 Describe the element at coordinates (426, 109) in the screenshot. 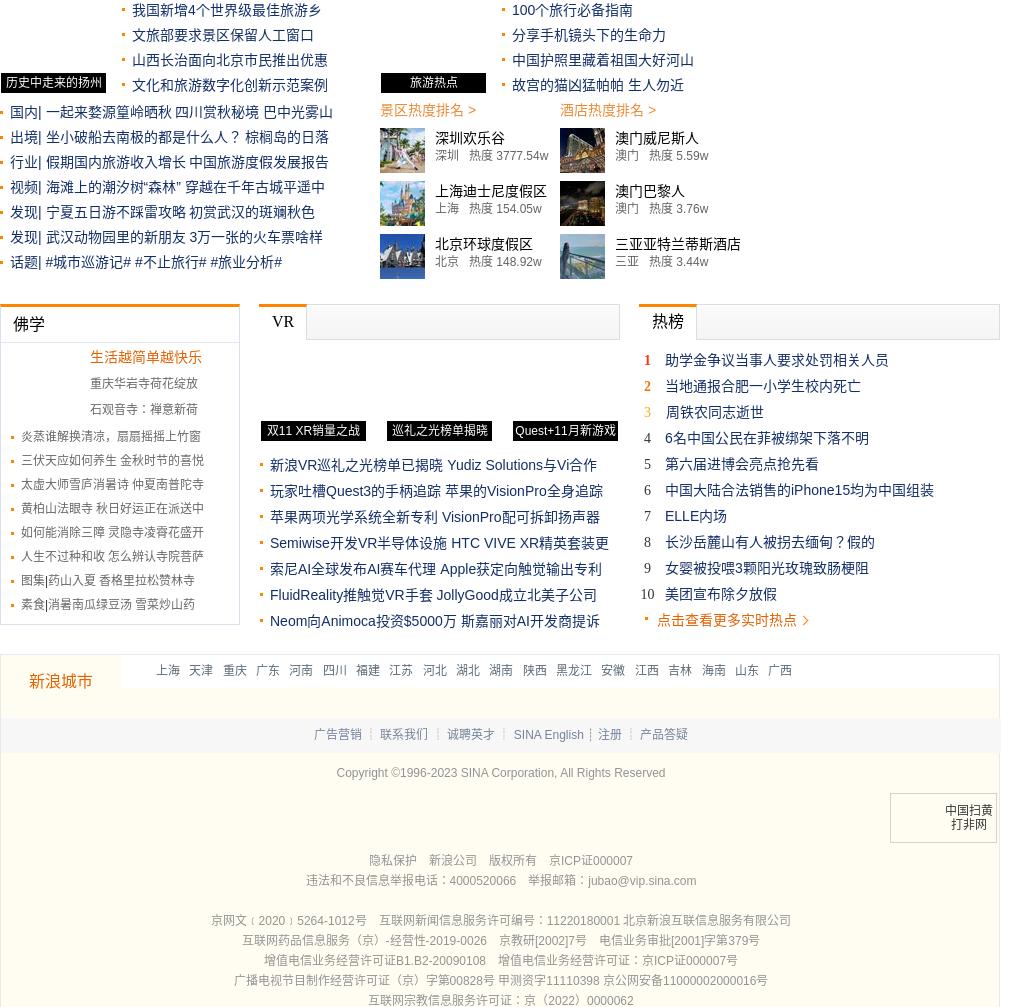

I see `'景区热度排名 >'` at that location.